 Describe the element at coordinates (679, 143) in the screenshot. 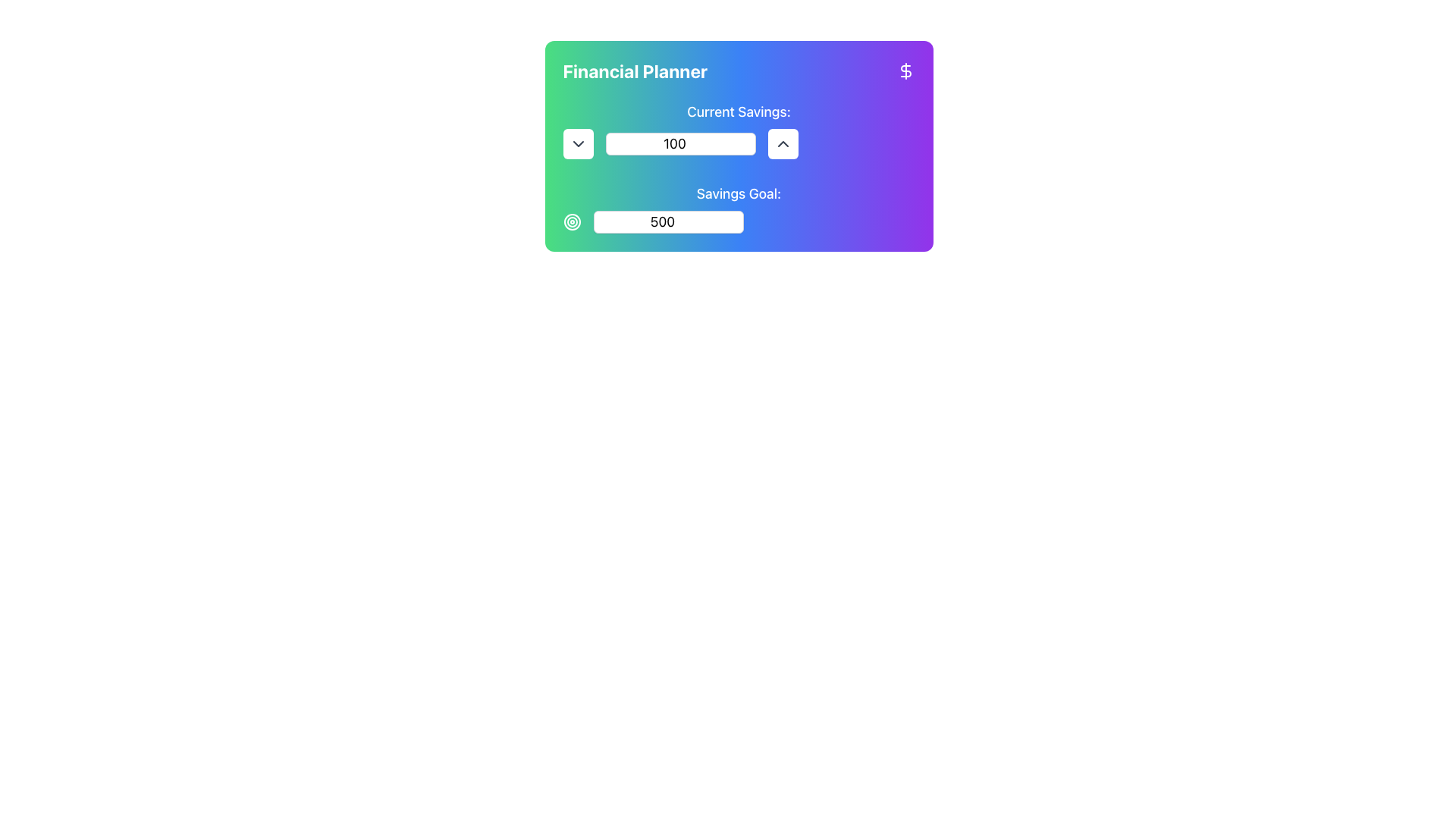

I see `to focus on the numeric input field for 'Current Savings', located centrally between two arrow buttons` at that location.